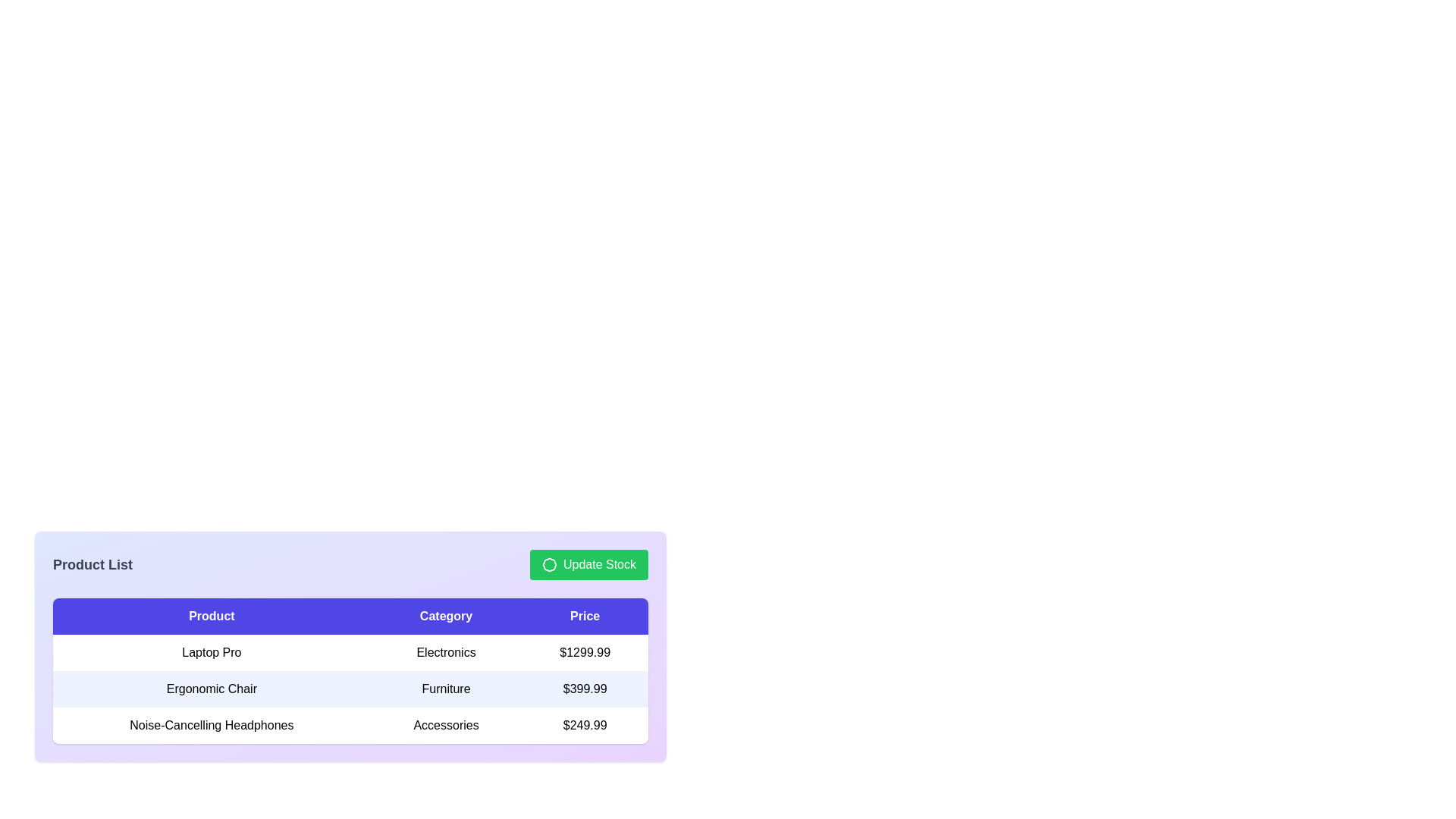  What do you see at coordinates (350, 689) in the screenshot?
I see `the second row in the product table that displays detailed information about a product, positioned between 'Laptop Pro' and 'Noise-Cancelling Headphones'` at bounding box center [350, 689].